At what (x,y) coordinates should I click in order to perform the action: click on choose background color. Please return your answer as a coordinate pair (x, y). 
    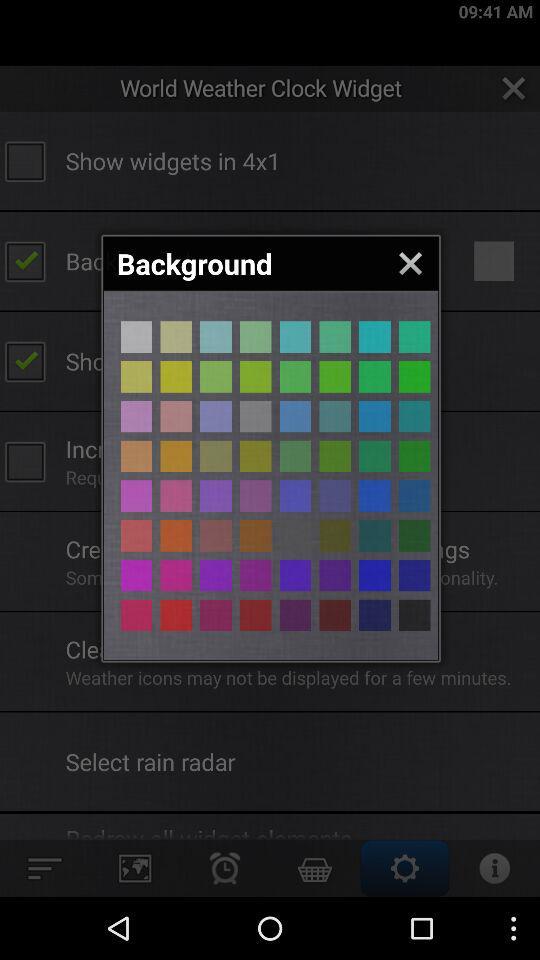
    Looking at the image, I should click on (135, 495).